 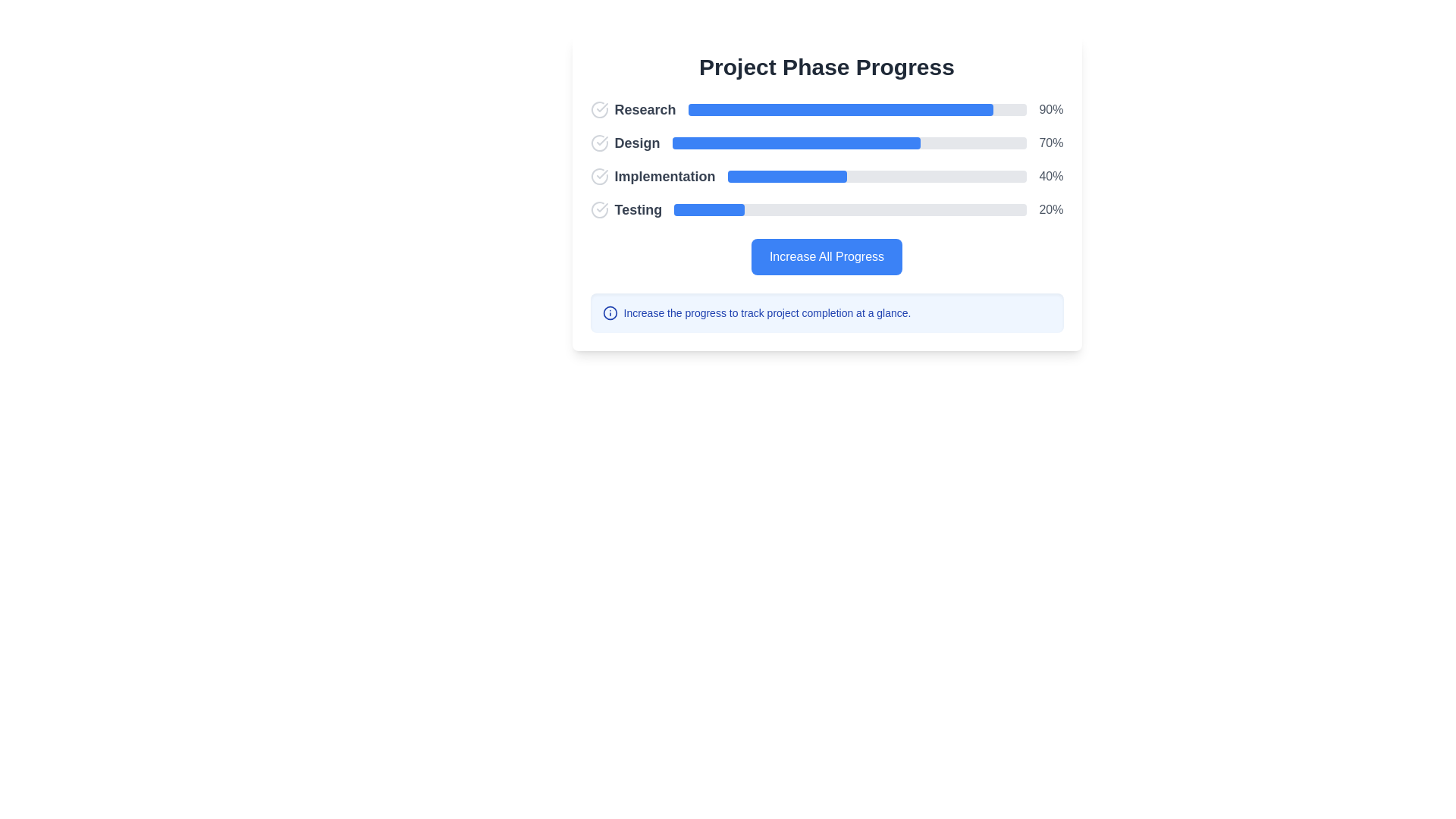 What do you see at coordinates (625, 143) in the screenshot?
I see `the text label displaying 'Design' which is styled in bold black font, located in the vertical list of progress categories, positioned between 'Research' and 'Implementation'` at bounding box center [625, 143].